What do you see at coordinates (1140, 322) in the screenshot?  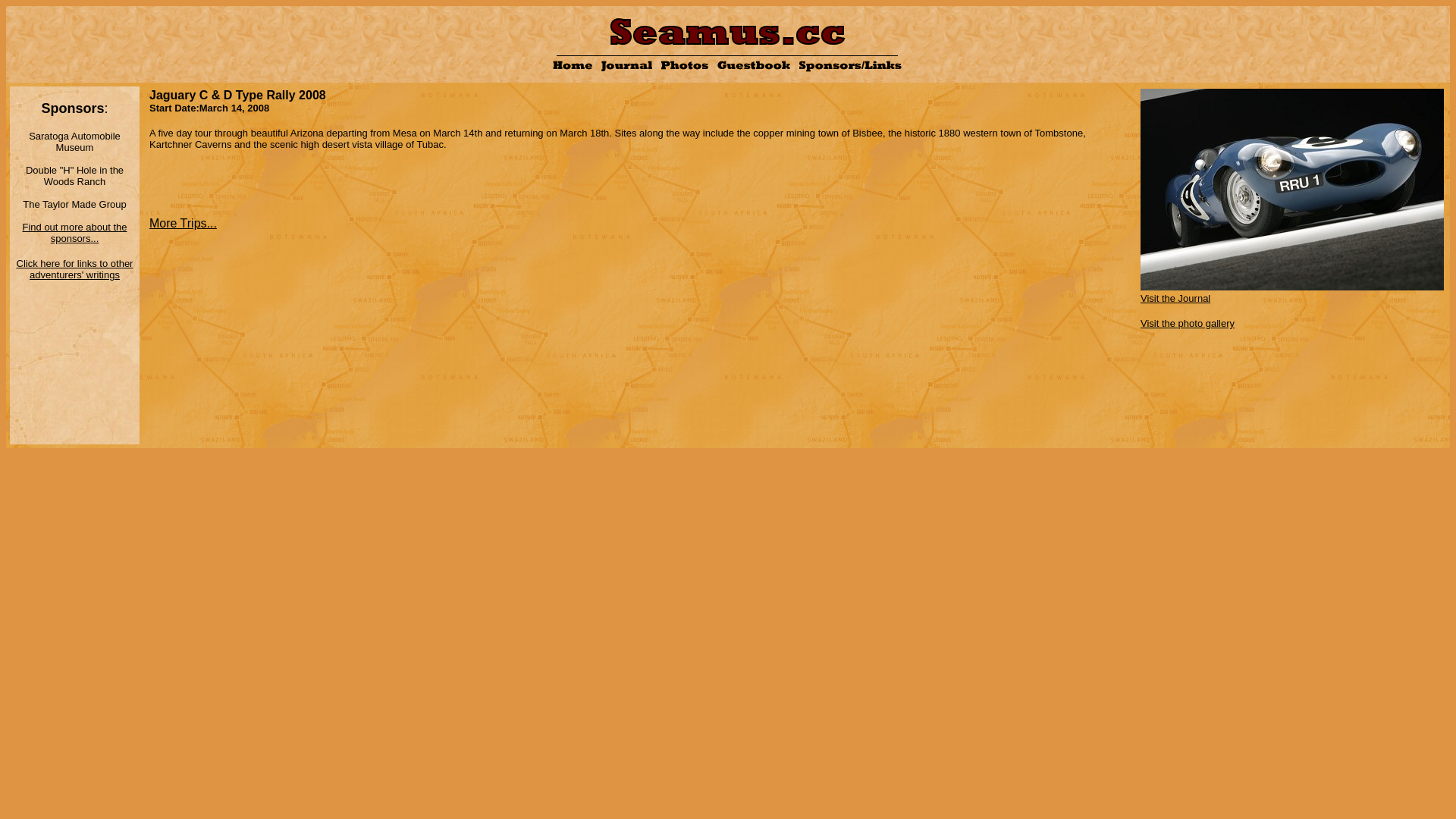 I see `'Visit the photo gallery'` at bounding box center [1140, 322].